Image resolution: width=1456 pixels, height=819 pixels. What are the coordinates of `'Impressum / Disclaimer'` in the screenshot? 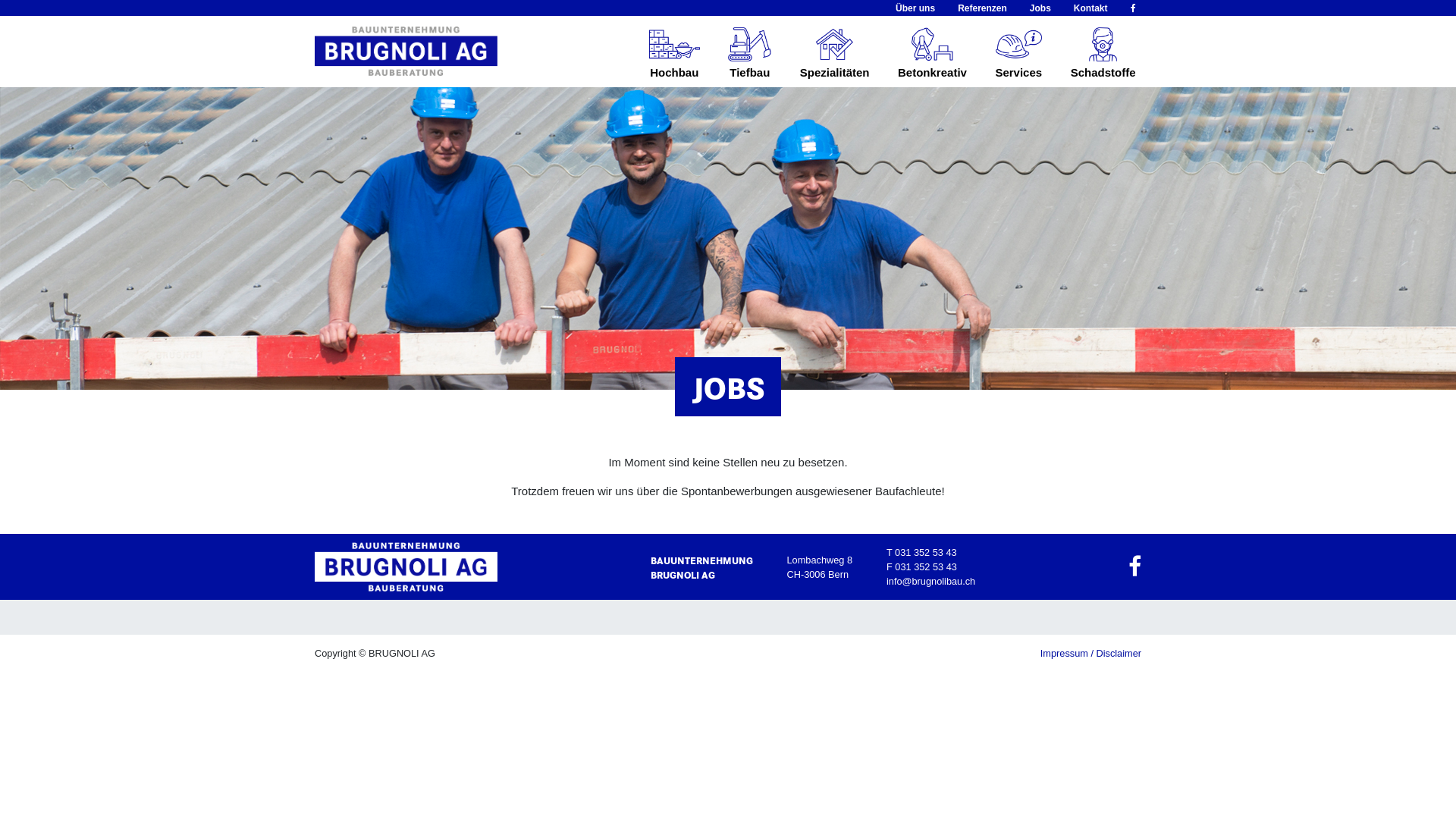 It's located at (1090, 652).